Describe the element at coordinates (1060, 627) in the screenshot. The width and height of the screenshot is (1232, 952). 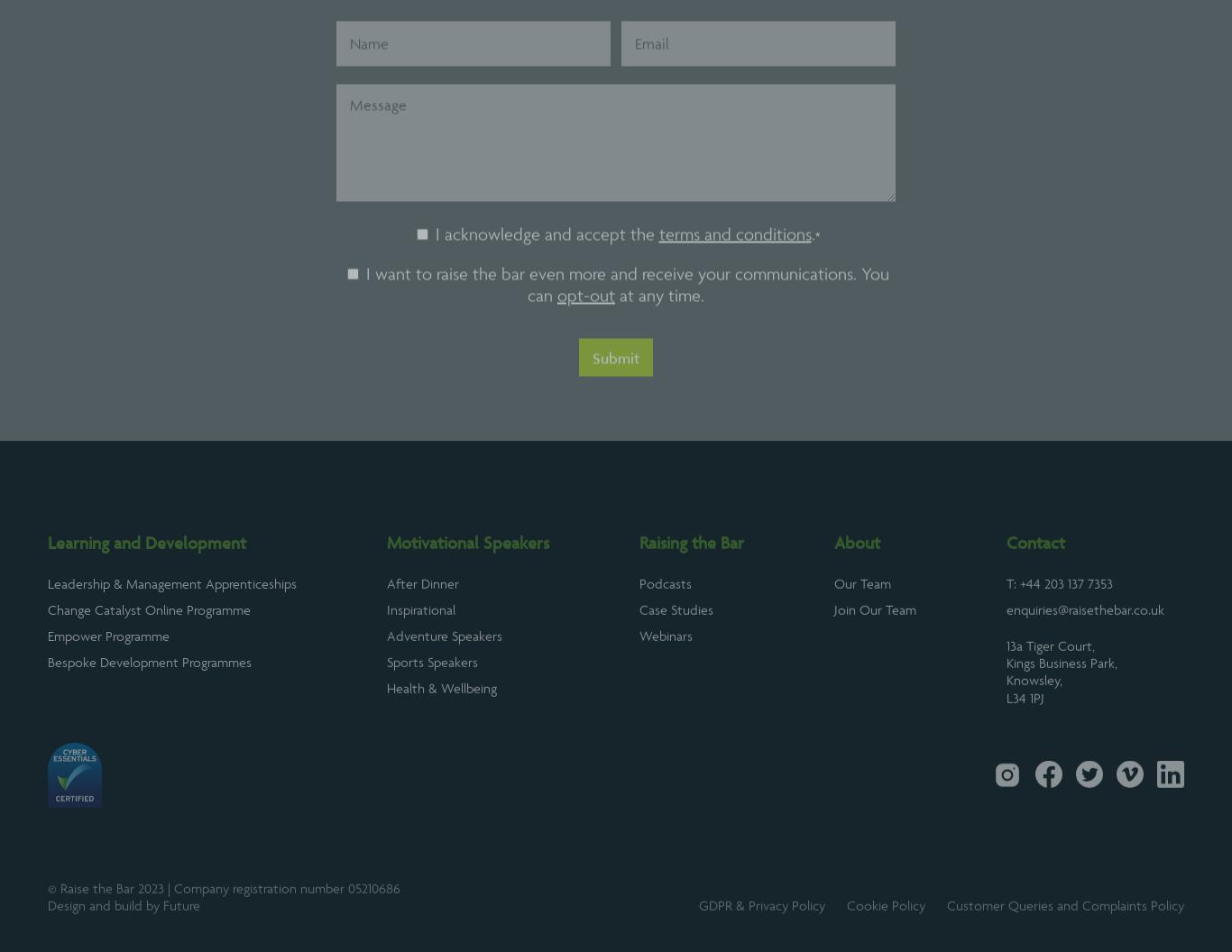
I see `'T: +44 203 137 7353'` at that location.